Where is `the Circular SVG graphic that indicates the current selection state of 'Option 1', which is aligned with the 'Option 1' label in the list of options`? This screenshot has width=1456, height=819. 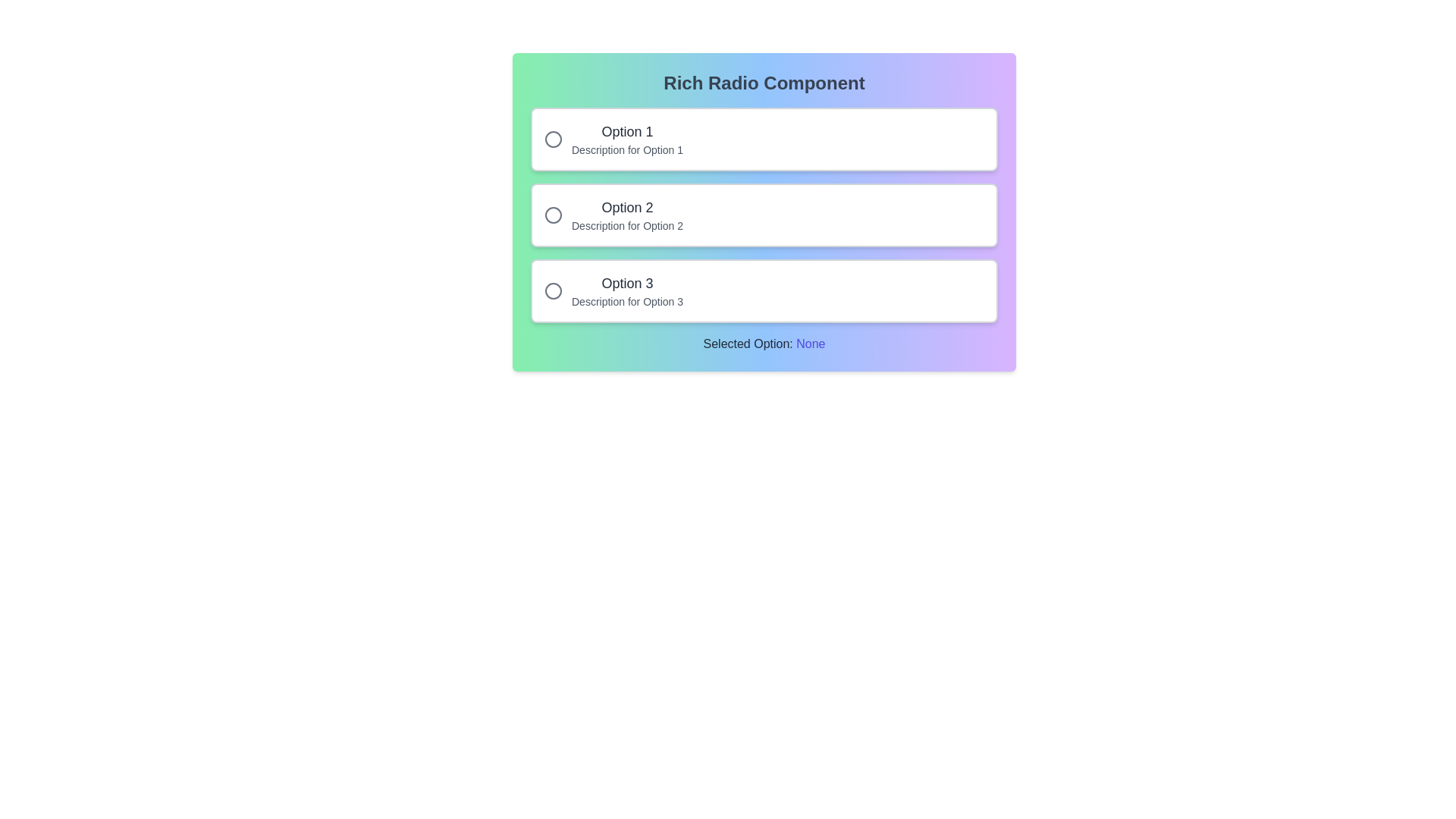 the Circular SVG graphic that indicates the current selection state of 'Option 1', which is aligned with the 'Option 1' label in the list of options is located at coordinates (552, 140).